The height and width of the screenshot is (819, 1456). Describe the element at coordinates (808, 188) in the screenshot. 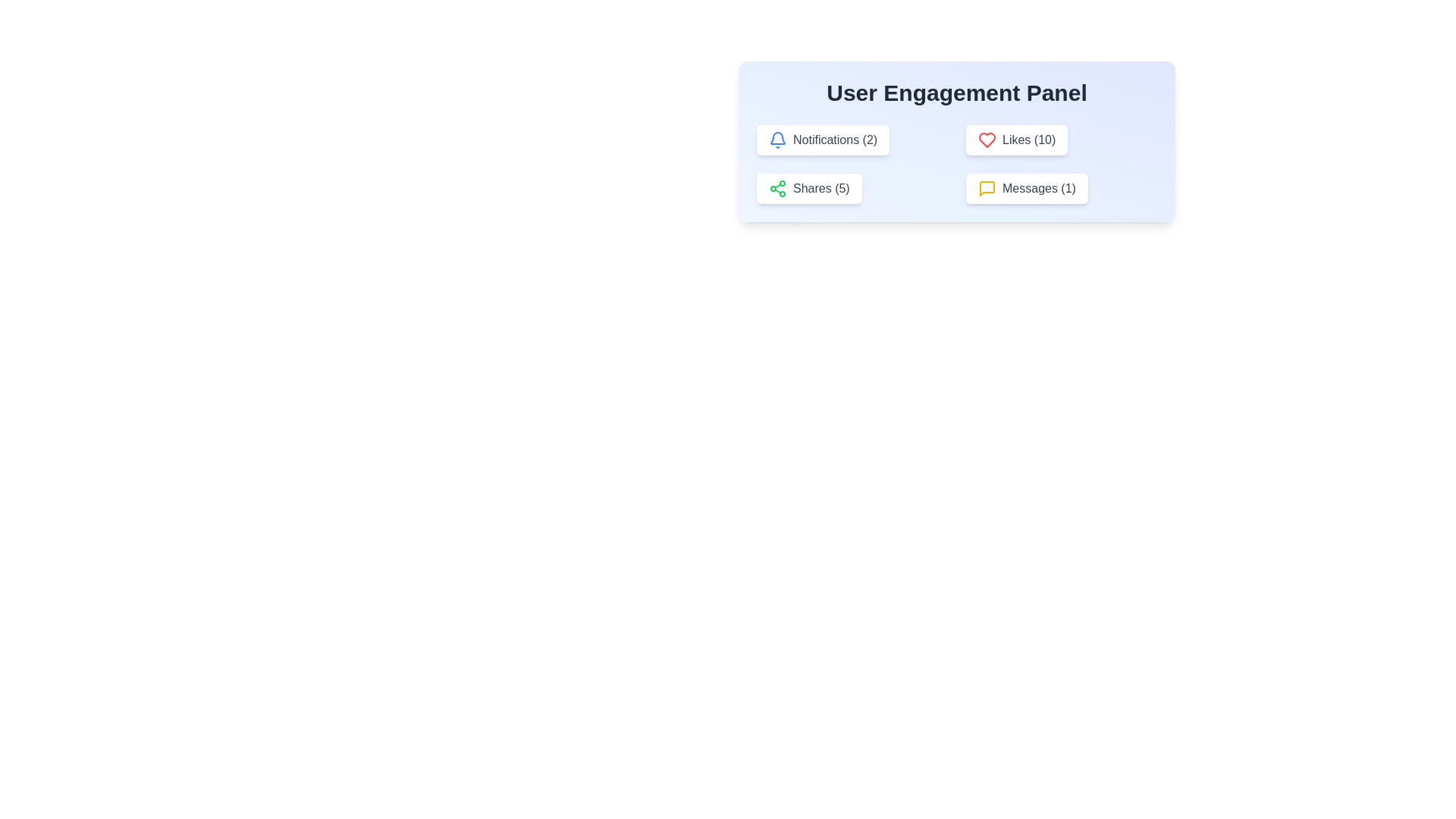

I see `the white rectangular button with rounded corners that contains a green share icon and the text 'Shares (5)' to change its appearance` at that location.